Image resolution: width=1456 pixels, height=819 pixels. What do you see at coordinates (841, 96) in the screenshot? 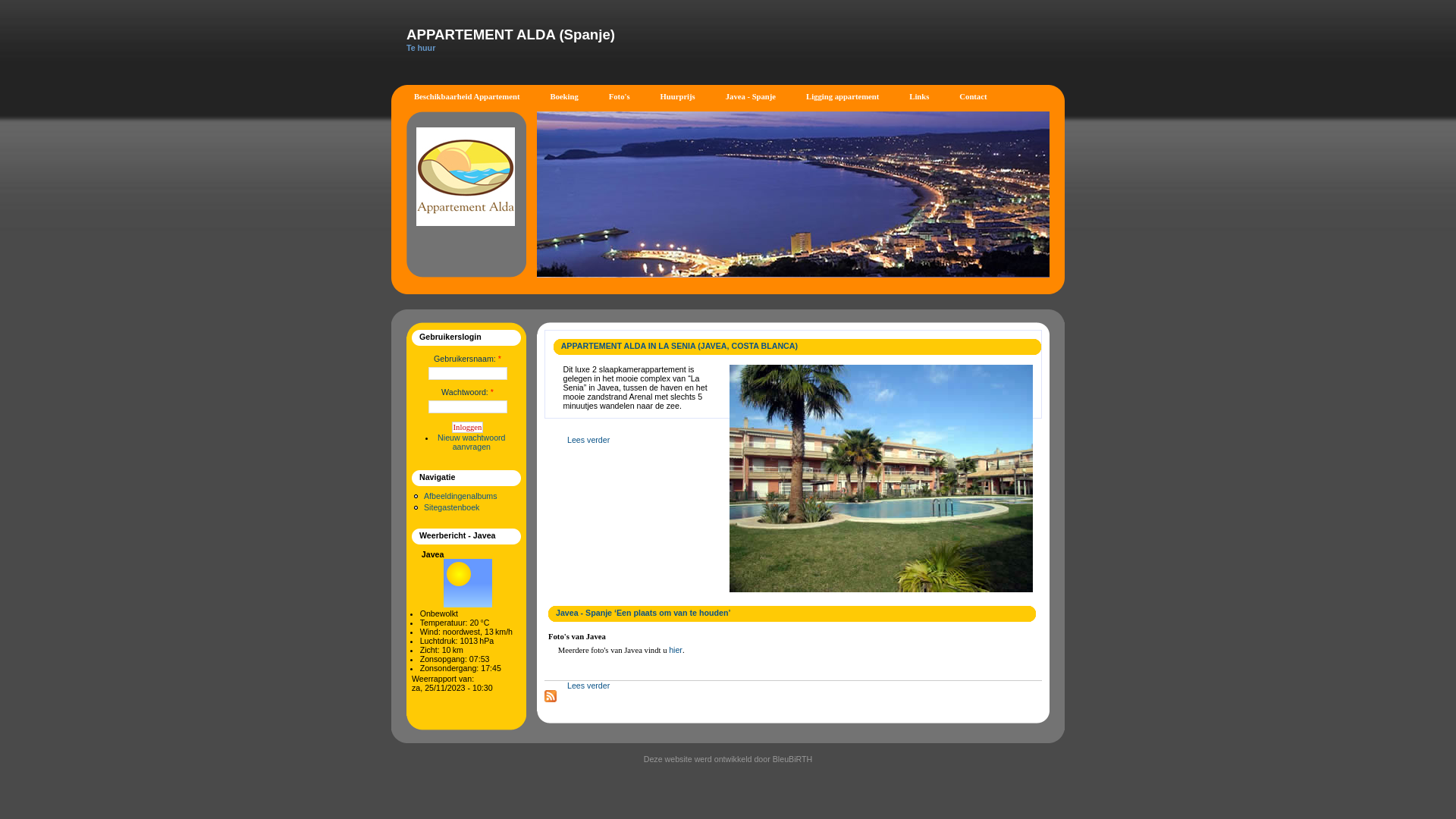
I see `'Ligging appartement'` at bounding box center [841, 96].